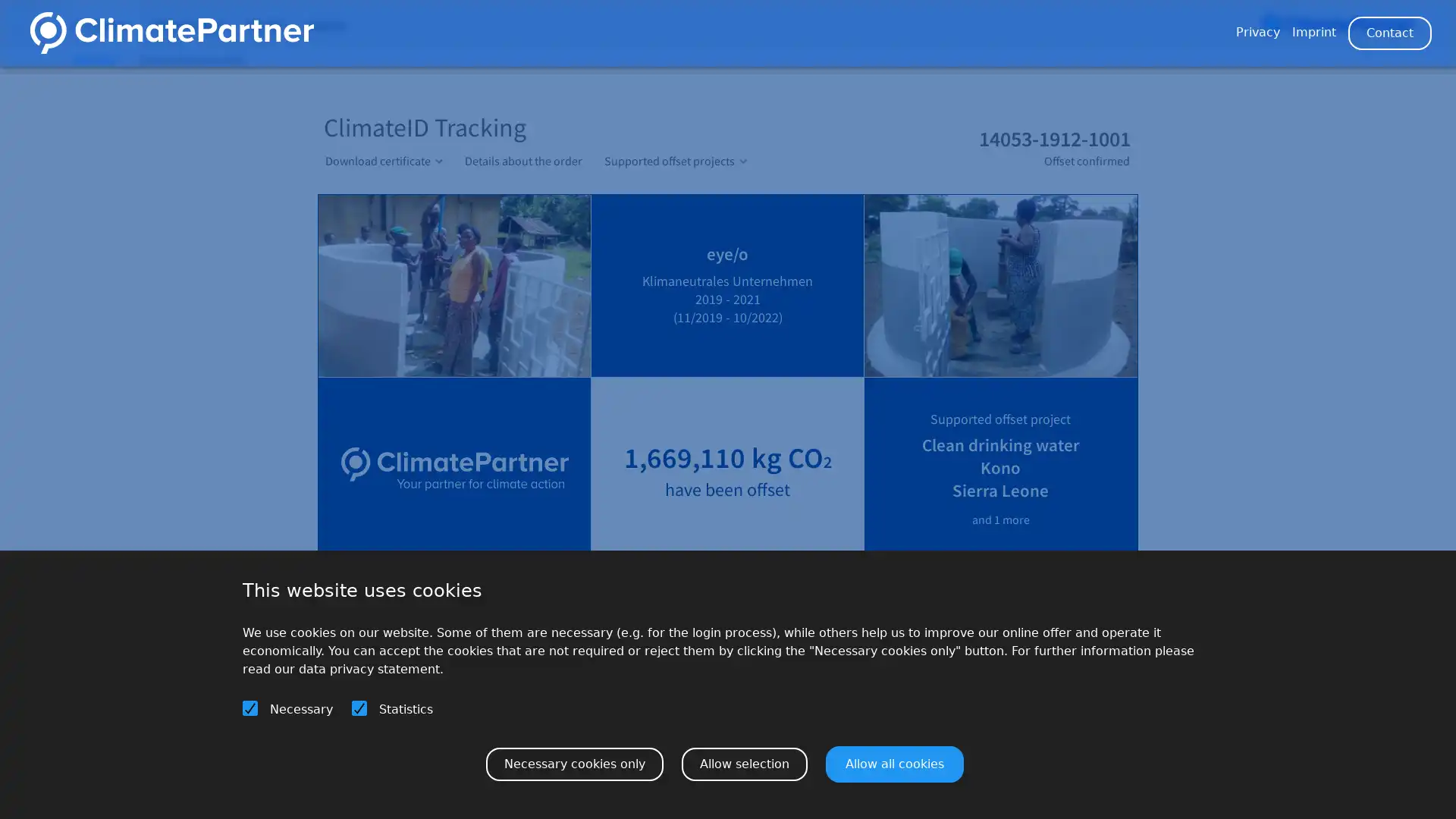 The width and height of the screenshot is (1456, 819). What do you see at coordinates (895, 763) in the screenshot?
I see `Allow all cookies` at bounding box center [895, 763].